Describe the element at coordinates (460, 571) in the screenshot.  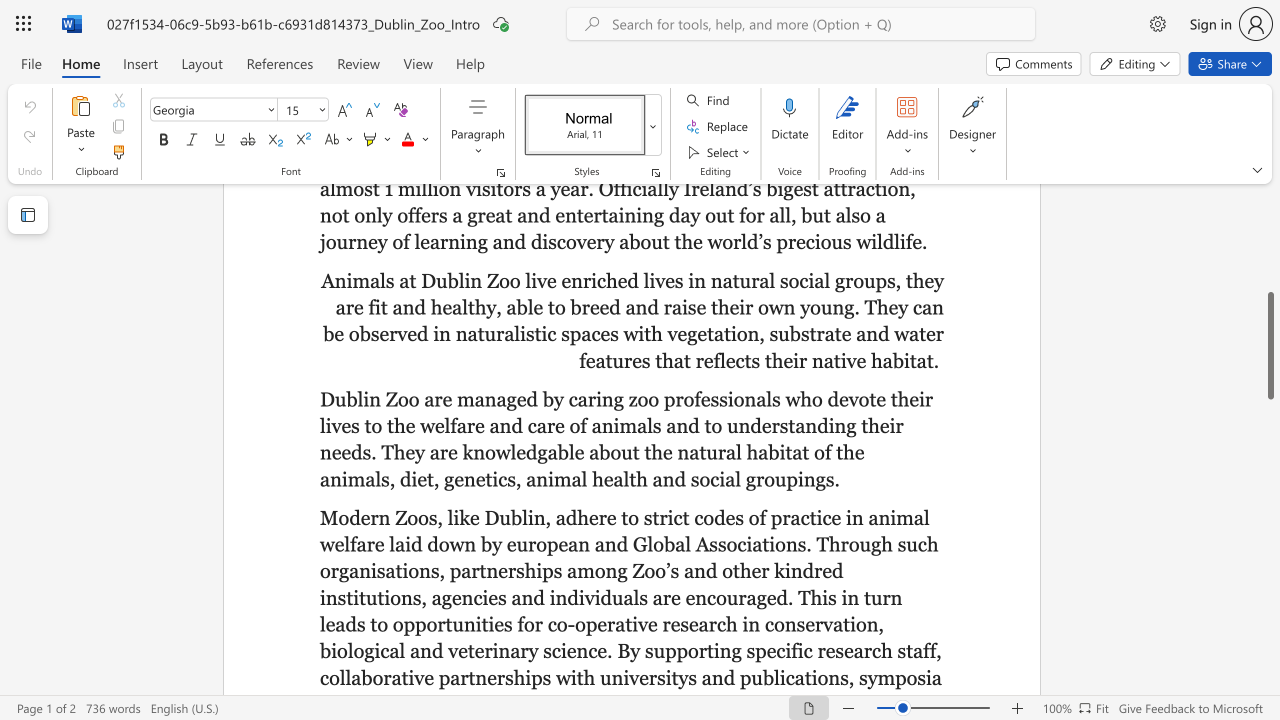
I see `the subset text "artnerships among Zoo’s and other kindred institutions, agencies and individuals are encouraged. This in turn leads to opportunities for co-operative research in conservation, biological and veterinary science. By supporting specifi" within the text "Modern Zoos, like Dublin, adhere to strict codes of practice in animal welfare laid down by european and Global Associations. Through such organisations, partnerships among Zoo’s and other kindred institutions, agencies and individuals are encouraged. This in turn leads to opportunities for co-operative research in conservation, biological and veterinary science. By supporting specific research staff, collaborative partnerships with universitys and publications, symposia"` at that location.